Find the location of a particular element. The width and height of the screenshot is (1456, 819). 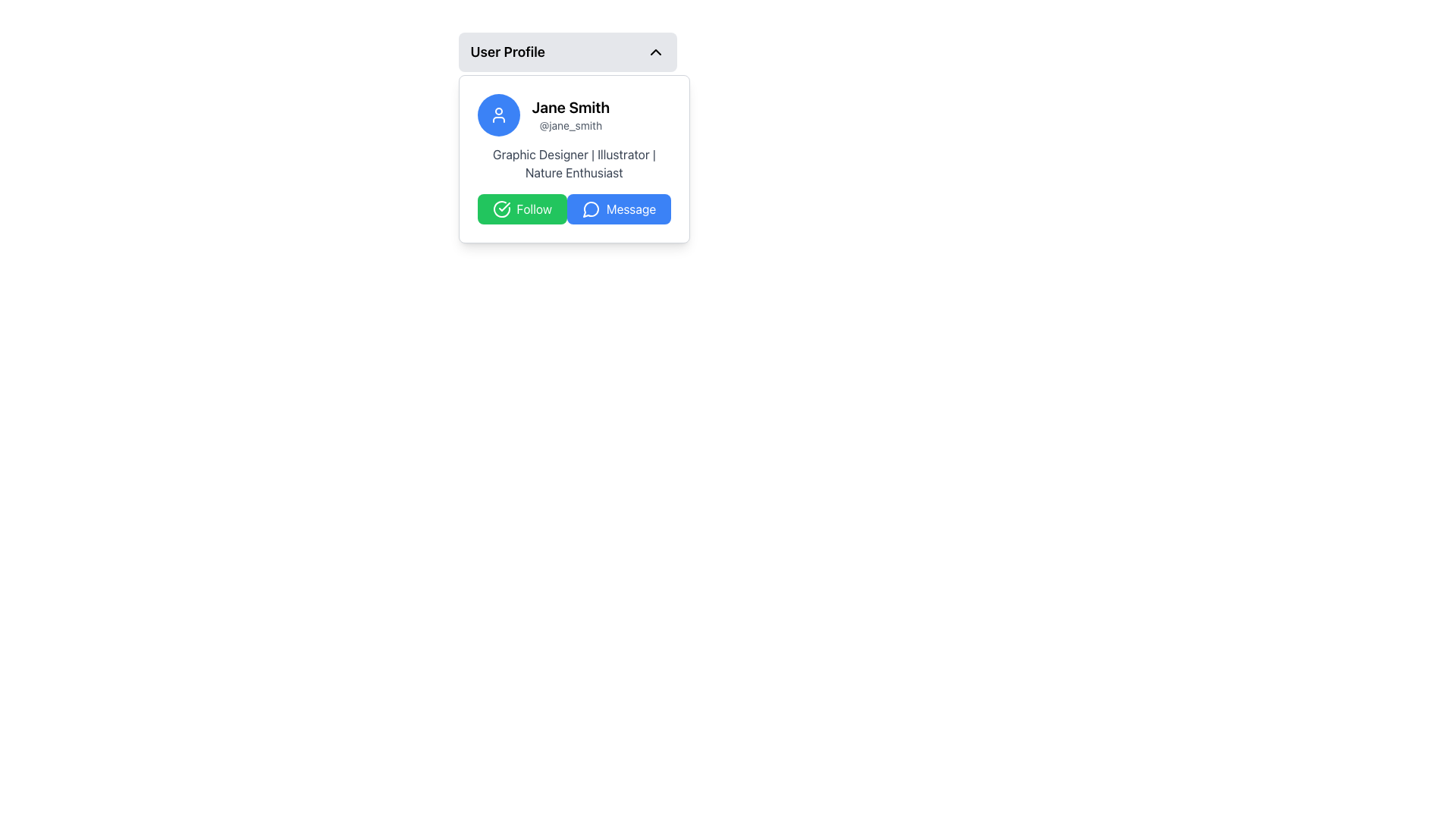

the 'Follow' button, which has a green background, white text, and a checkmark icon is located at coordinates (522, 209).